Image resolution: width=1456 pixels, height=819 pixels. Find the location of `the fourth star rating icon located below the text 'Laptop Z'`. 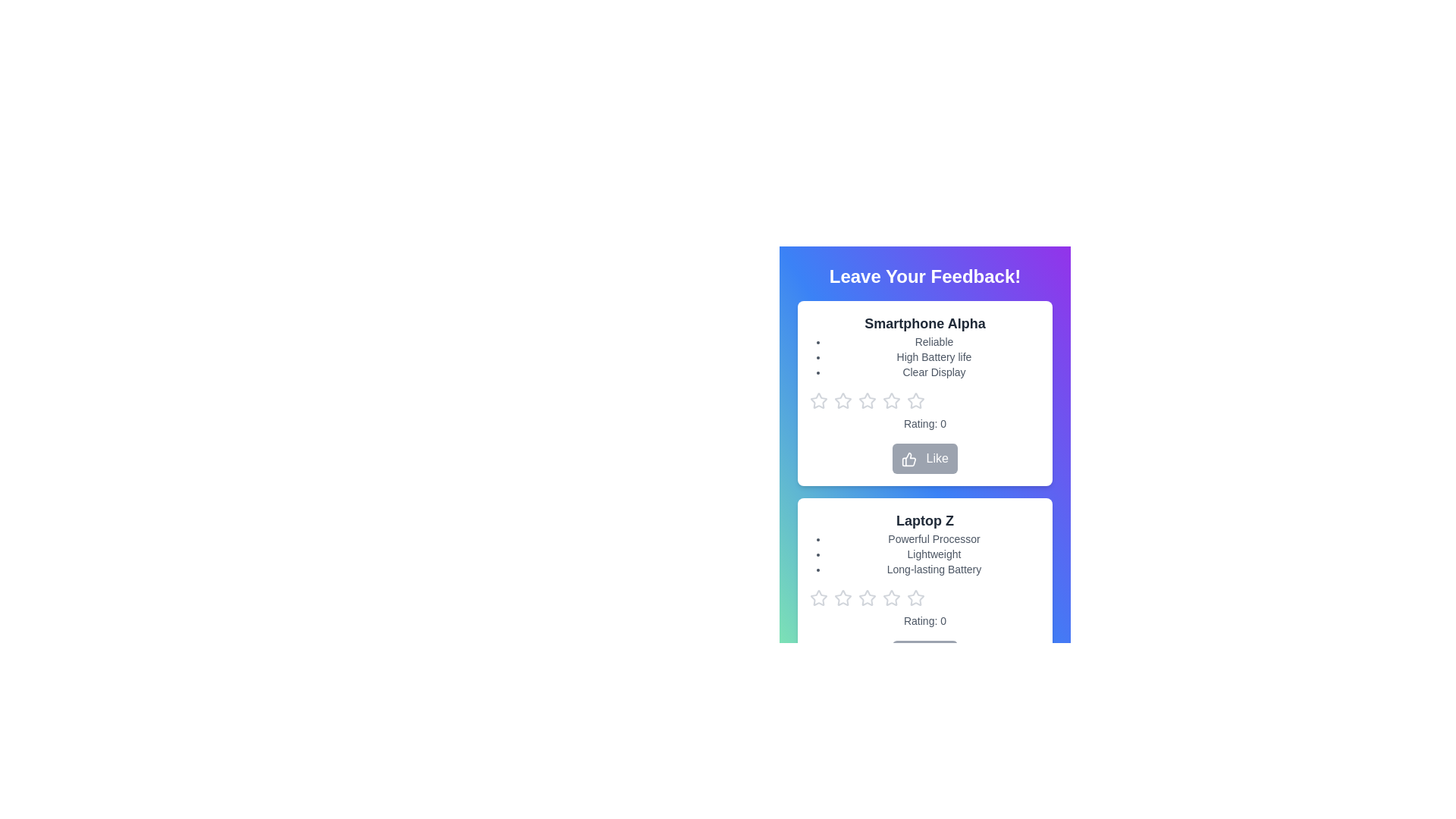

the fourth star rating icon located below the text 'Laptop Z' is located at coordinates (915, 597).